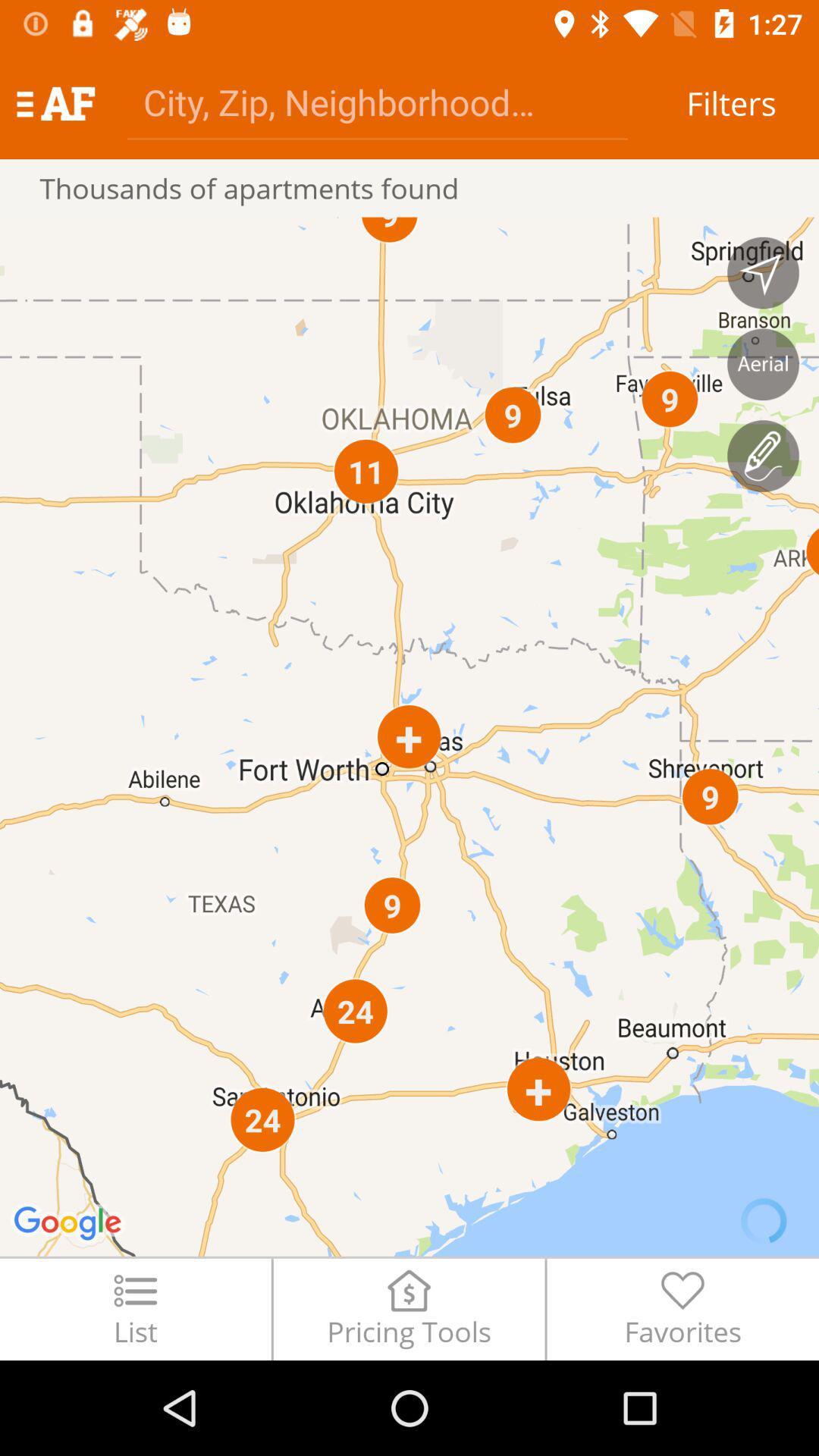  Describe the element at coordinates (763, 364) in the screenshot. I see `change app view` at that location.